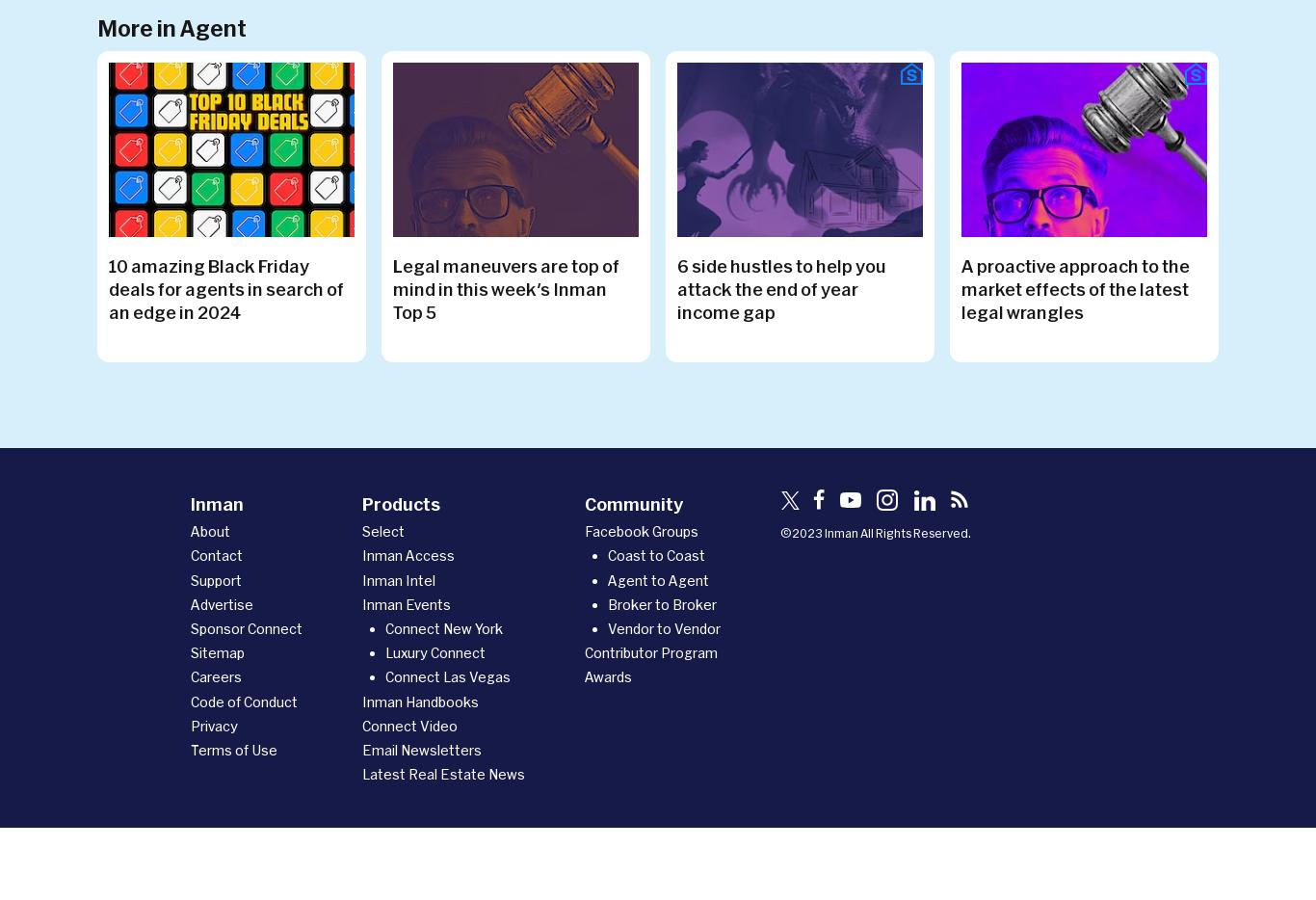 The height and width of the screenshot is (900, 1316). What do you see at coordinates (443, 774) in the screenshot?
I see `'Latest Real Estate News'` at bounding box center [443, 774].